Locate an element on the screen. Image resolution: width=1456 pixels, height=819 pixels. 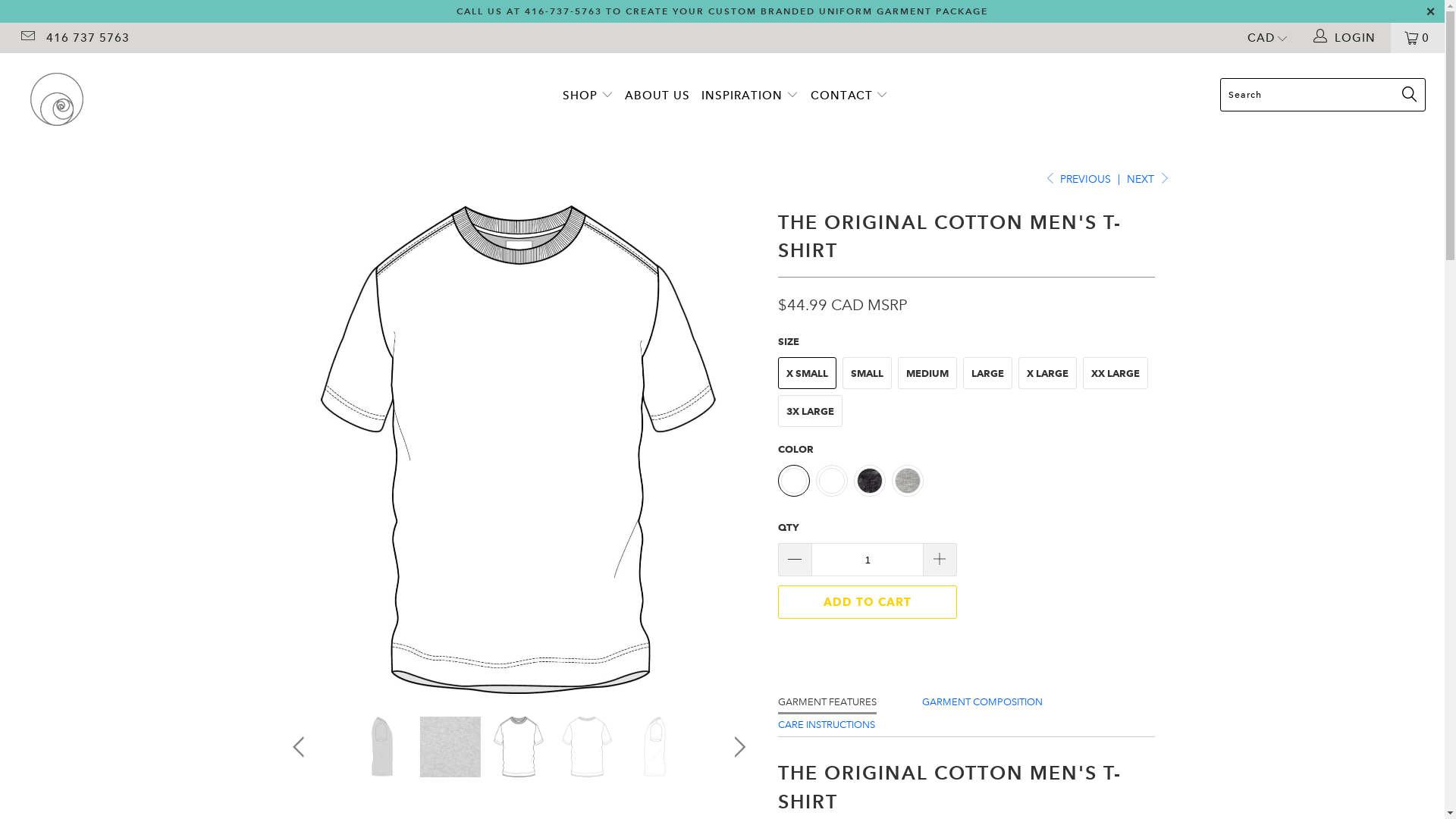
'416 737 5763' is located at coordinates (86, 37).